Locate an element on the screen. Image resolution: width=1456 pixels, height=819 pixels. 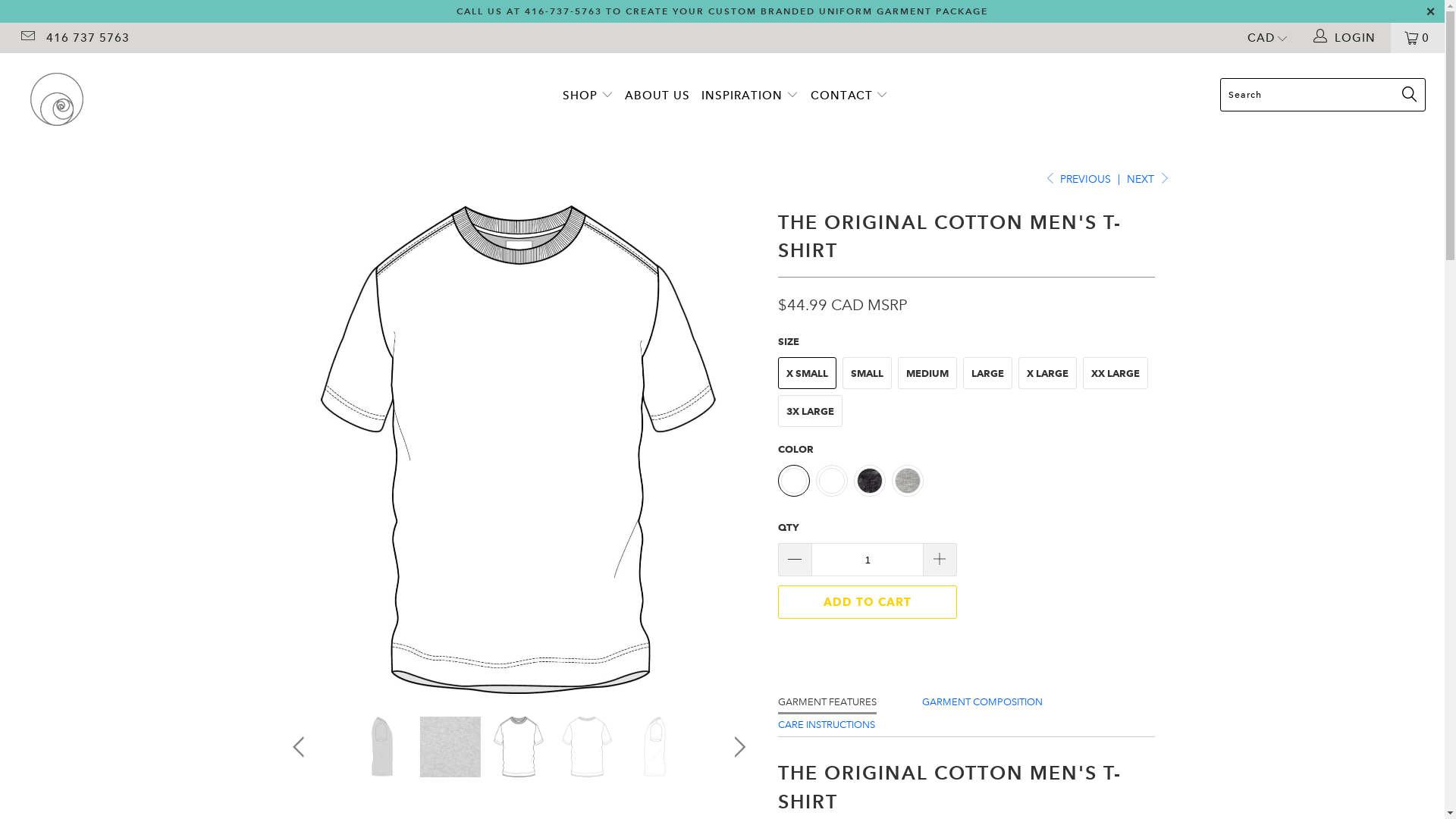
'416 737 5763' is located at coordinates (86, 37).